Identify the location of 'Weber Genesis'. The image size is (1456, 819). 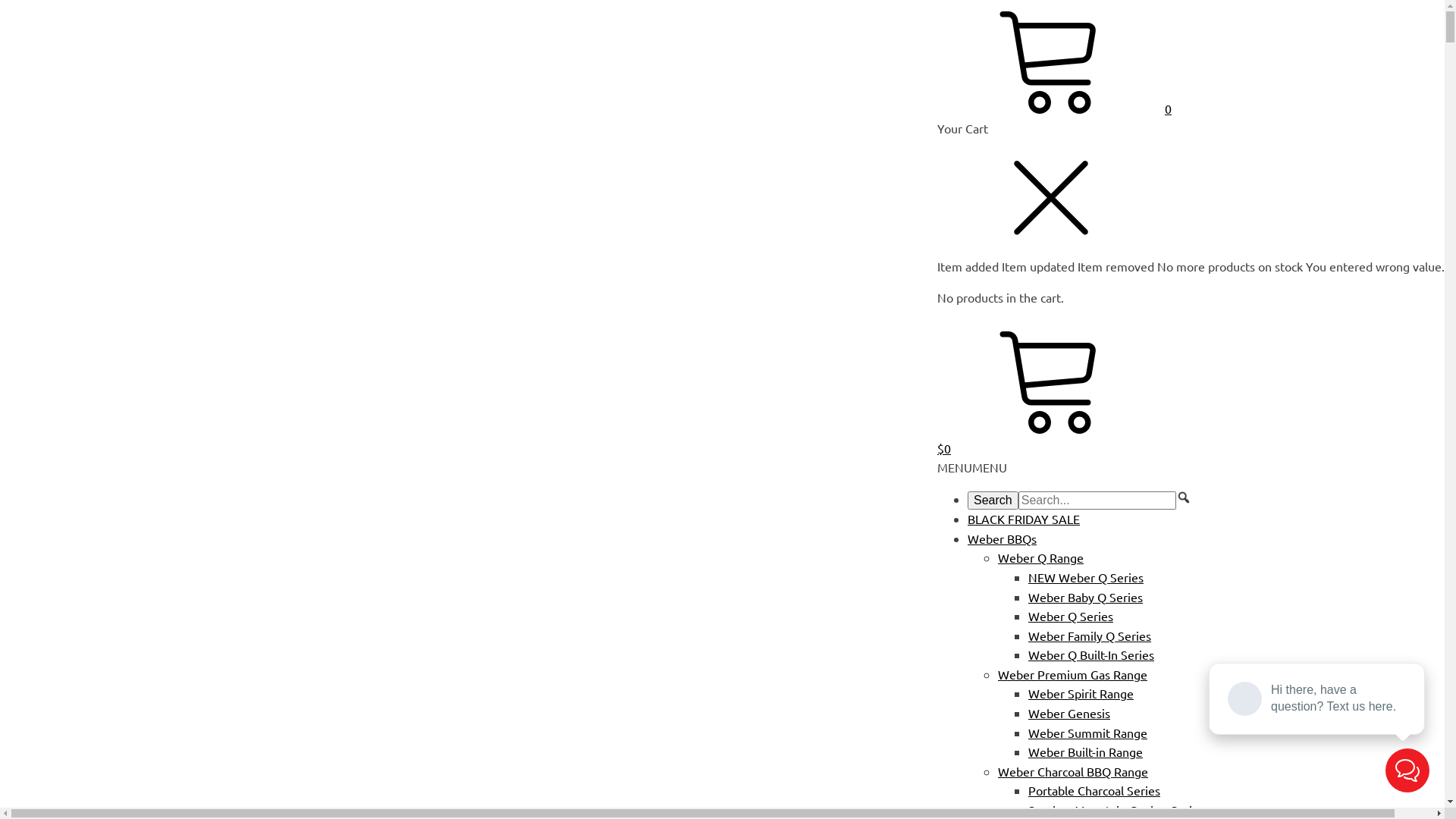
(1068, 713).